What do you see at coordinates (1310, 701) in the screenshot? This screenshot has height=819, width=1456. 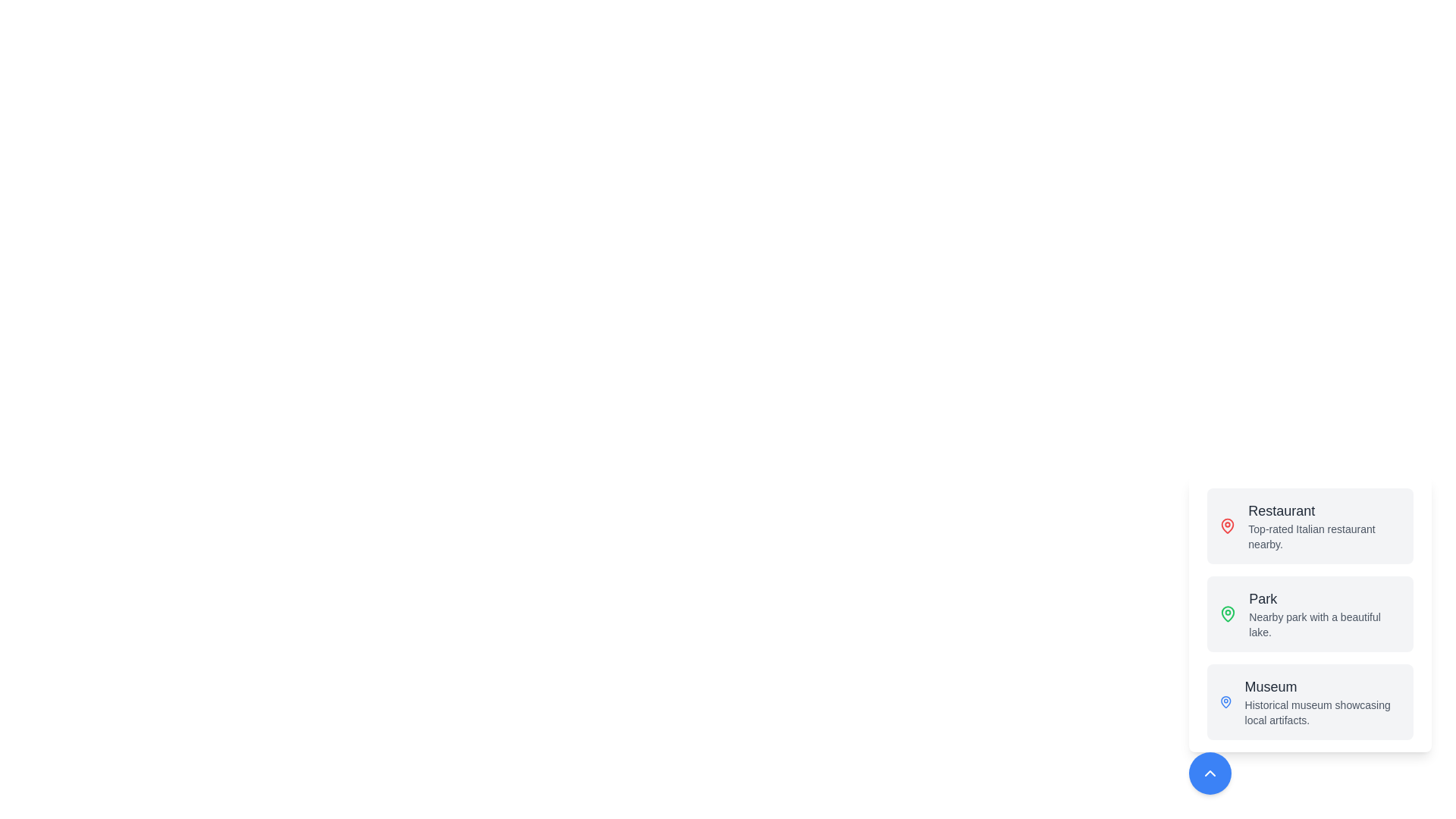 I see `the location button to trigger its action. The location can be specified as Museum` at bounding box center [1310, 701].